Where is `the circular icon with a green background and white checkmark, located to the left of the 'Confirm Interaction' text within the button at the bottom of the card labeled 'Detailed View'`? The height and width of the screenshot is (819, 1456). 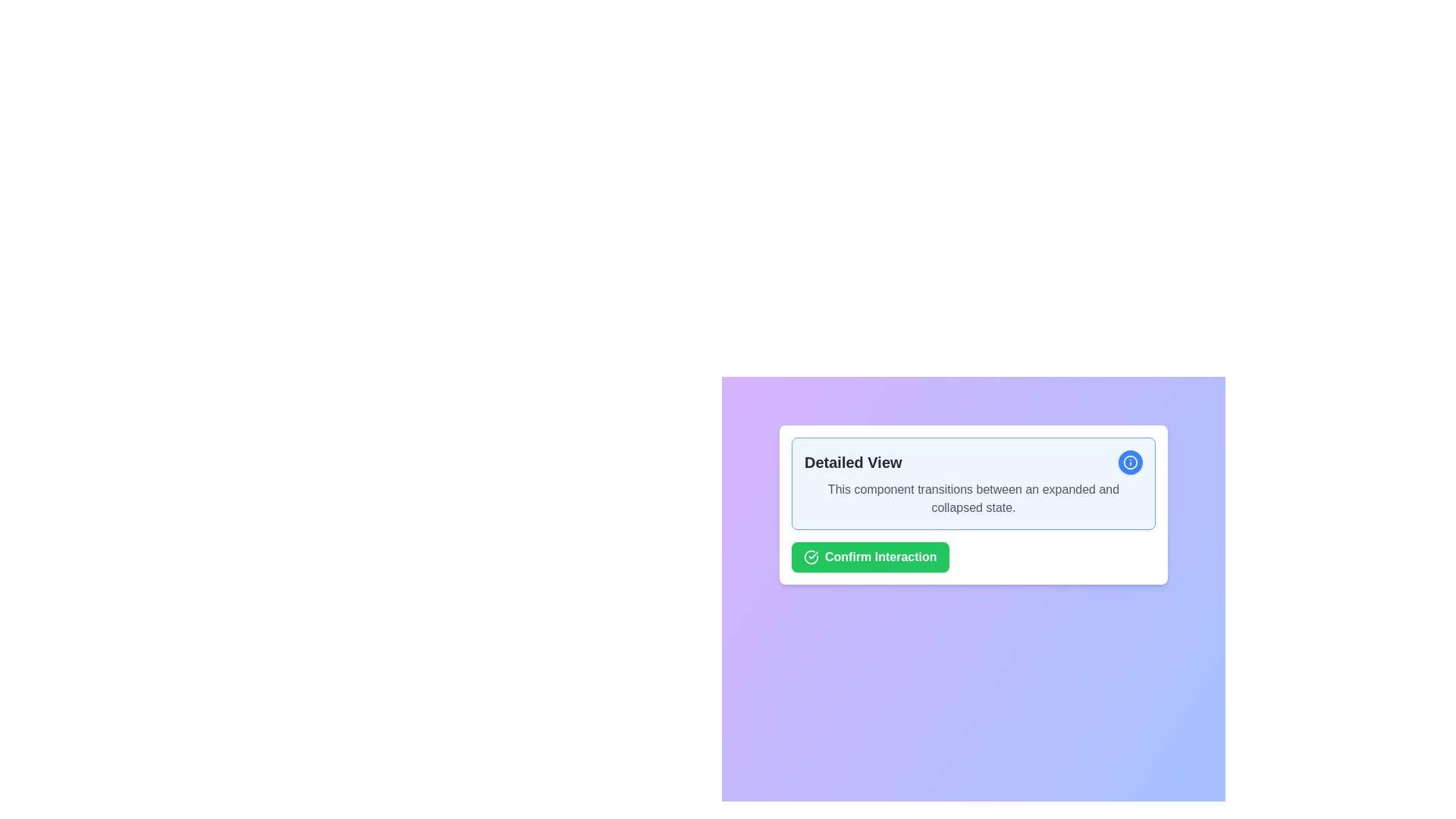
the circular icon with a green background and white checkmark, located to the left of the 'Confirm Interaction' text within the button at the bottom of the card labeled 'Detailed View' is located at coordinates (811, 557).